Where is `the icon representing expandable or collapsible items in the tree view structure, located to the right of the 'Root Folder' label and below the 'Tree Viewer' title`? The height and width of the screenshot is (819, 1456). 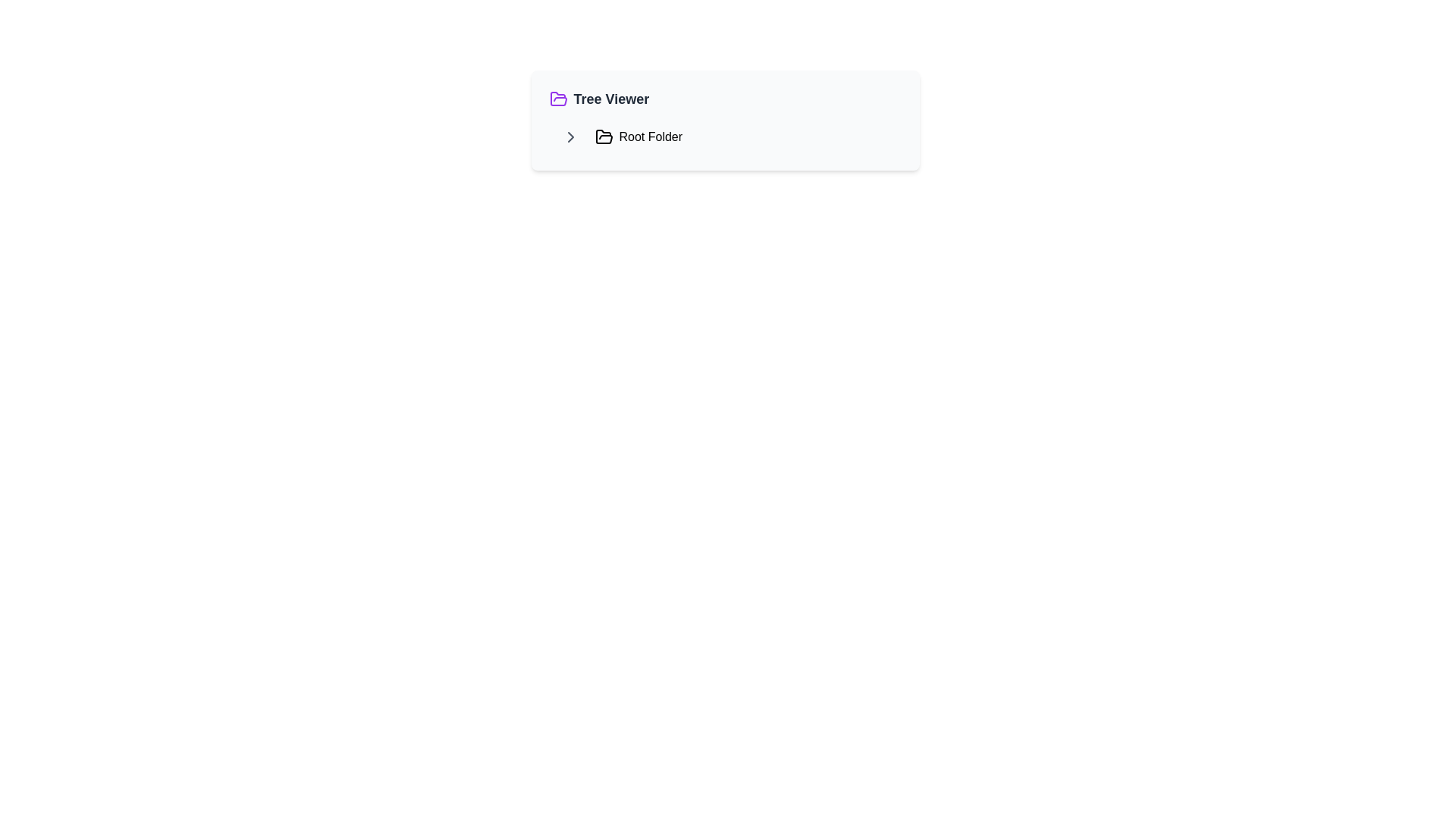 the icon representing expandable or collapsible items in the tree view structure, located to the right of the 'Root Folder' label and below the 'Tree Viewer' title is located at coordinates (570, 137).